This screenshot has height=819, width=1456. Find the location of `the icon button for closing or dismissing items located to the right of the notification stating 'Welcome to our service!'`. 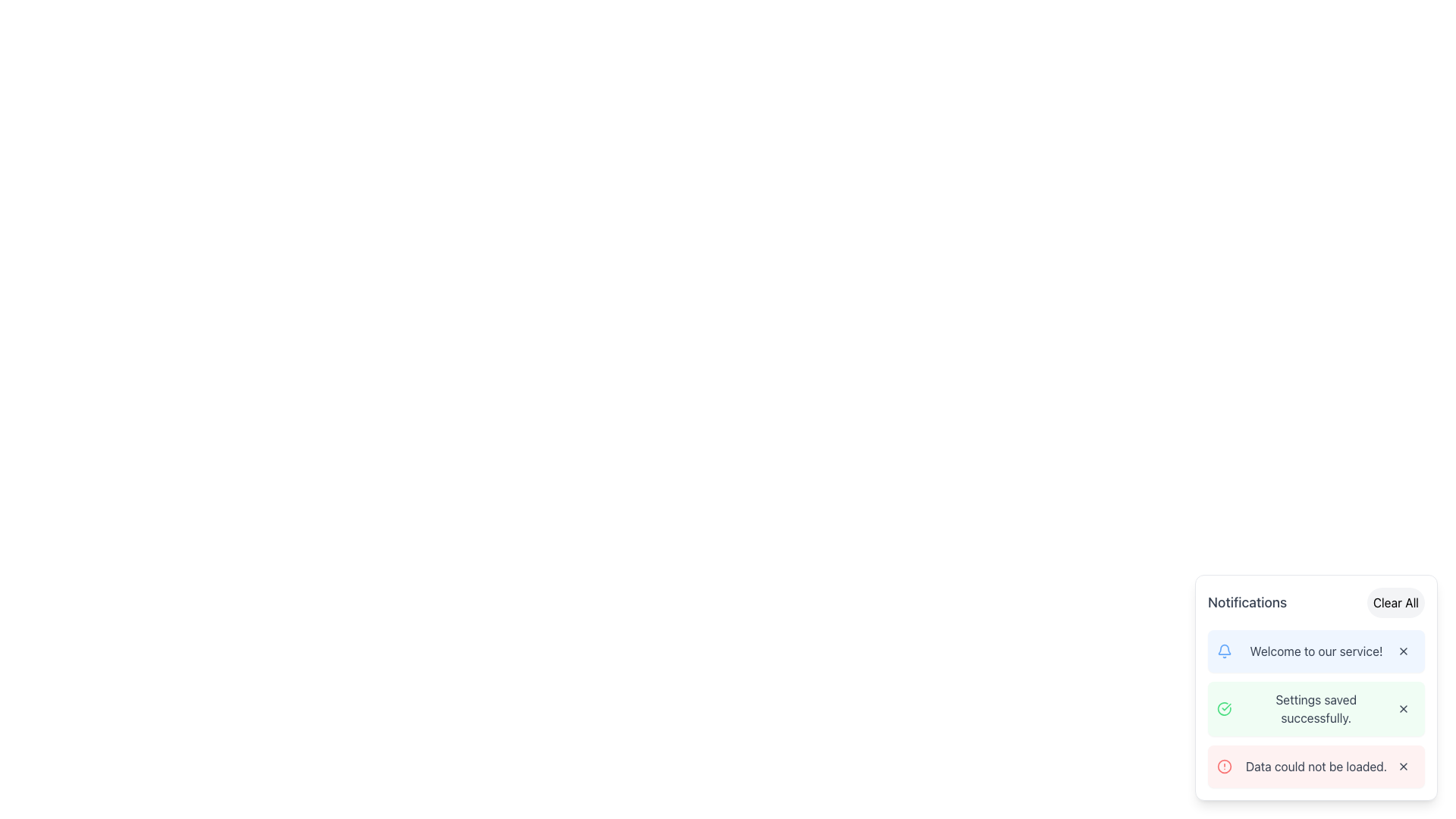

the icon button for closing or dismissing items located to the right of the notification stating 'Welcome to our service!' is located at coordinates (1403, 651).